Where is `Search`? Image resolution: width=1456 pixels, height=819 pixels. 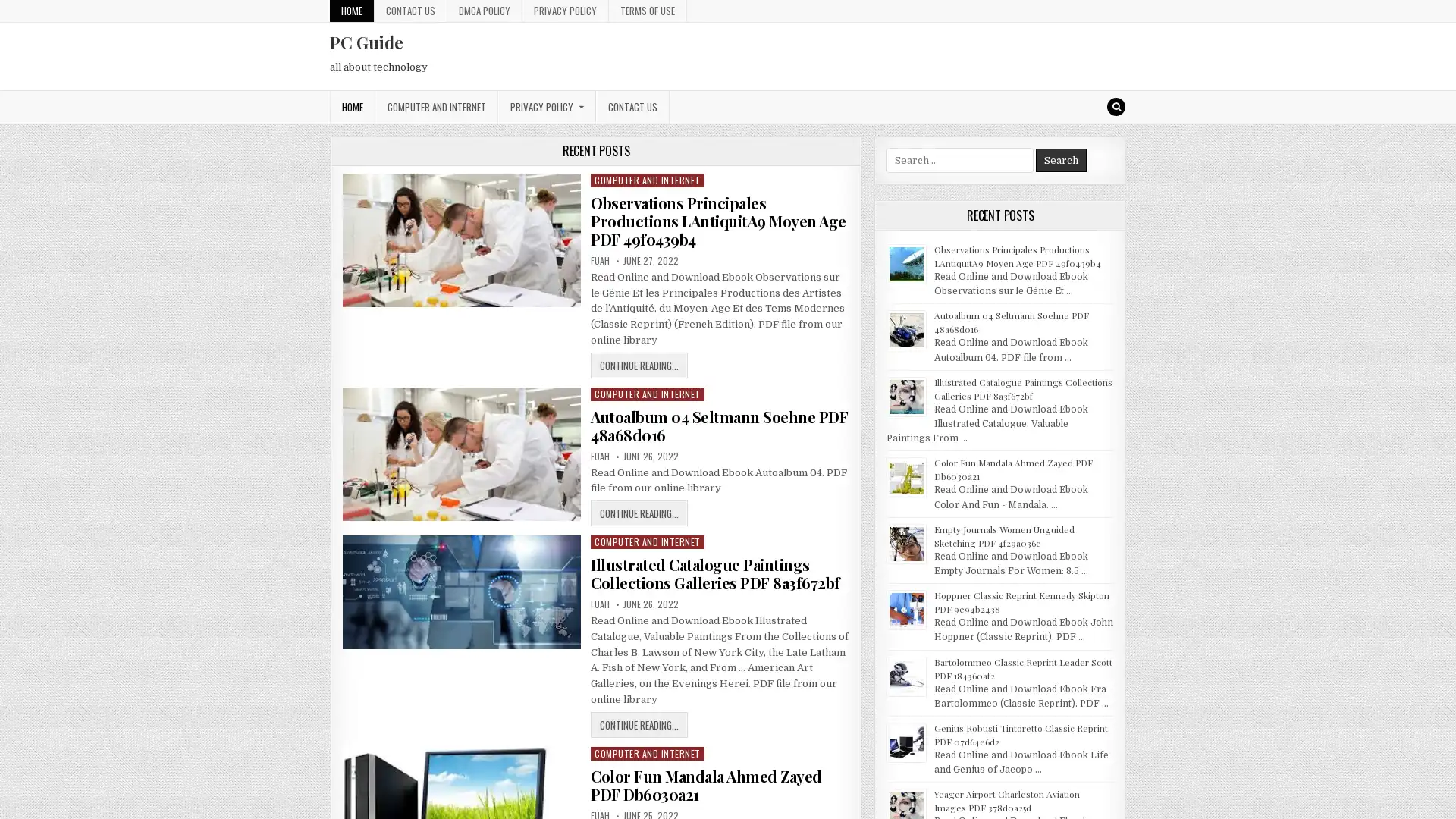
Search is located at coordinates (1060, 160).